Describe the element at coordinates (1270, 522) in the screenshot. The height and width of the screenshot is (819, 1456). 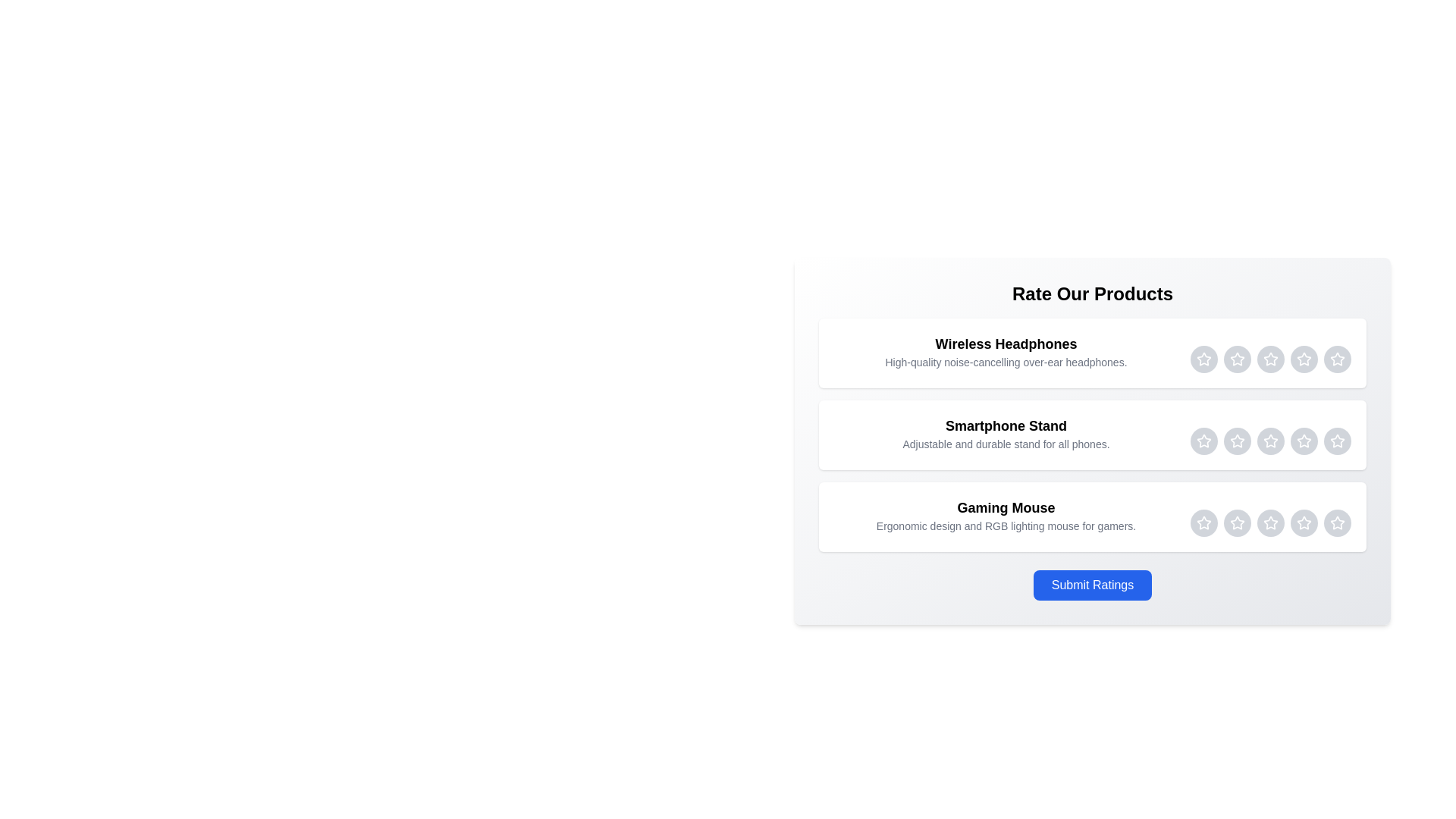
I see `the Gaming Mouse rating star 3` at that location.